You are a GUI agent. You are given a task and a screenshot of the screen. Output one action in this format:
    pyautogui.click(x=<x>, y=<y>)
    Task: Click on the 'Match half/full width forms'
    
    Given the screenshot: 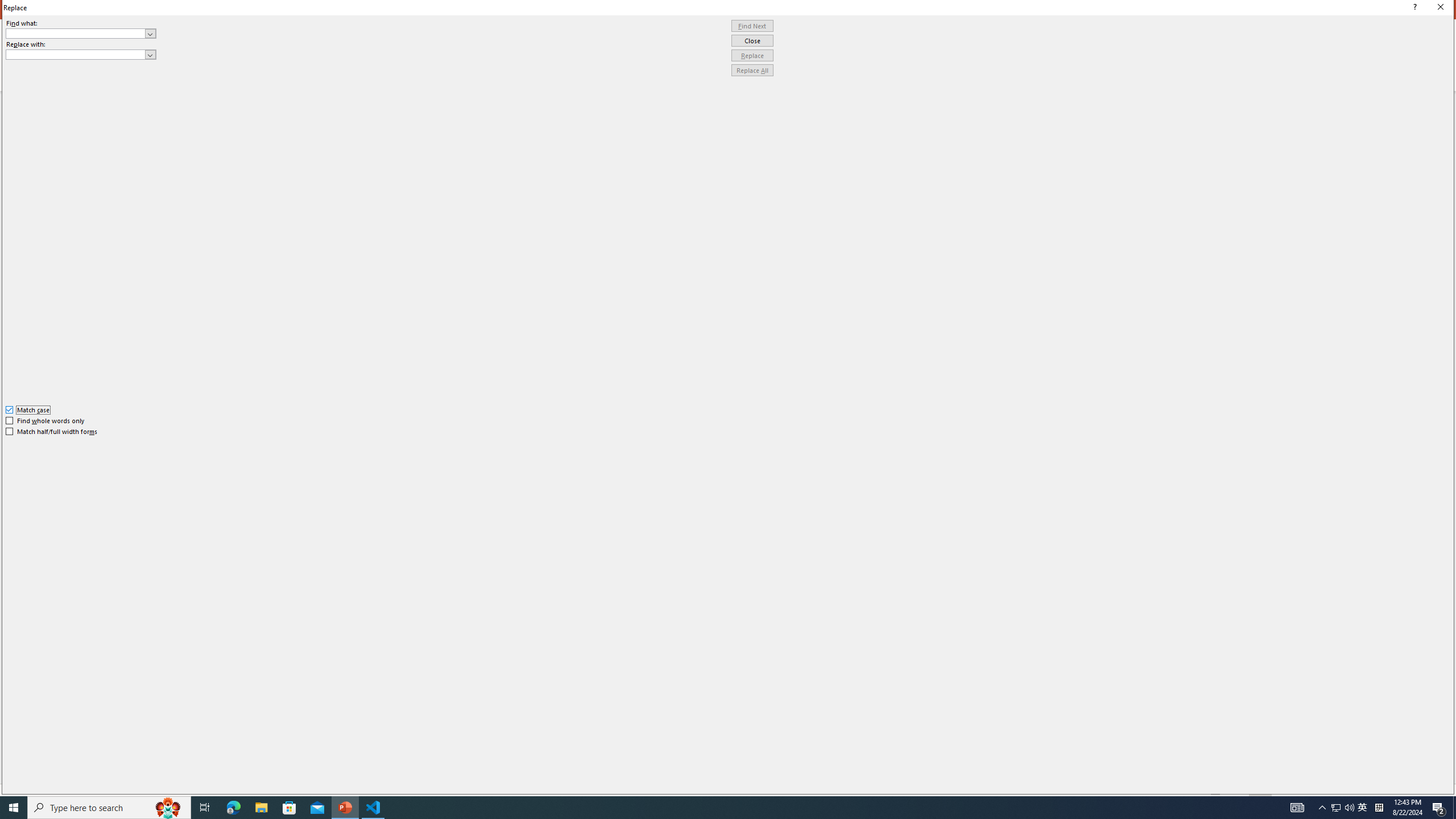 What is the action you would take?
    pyautogui.click(x=52, y=431)
    